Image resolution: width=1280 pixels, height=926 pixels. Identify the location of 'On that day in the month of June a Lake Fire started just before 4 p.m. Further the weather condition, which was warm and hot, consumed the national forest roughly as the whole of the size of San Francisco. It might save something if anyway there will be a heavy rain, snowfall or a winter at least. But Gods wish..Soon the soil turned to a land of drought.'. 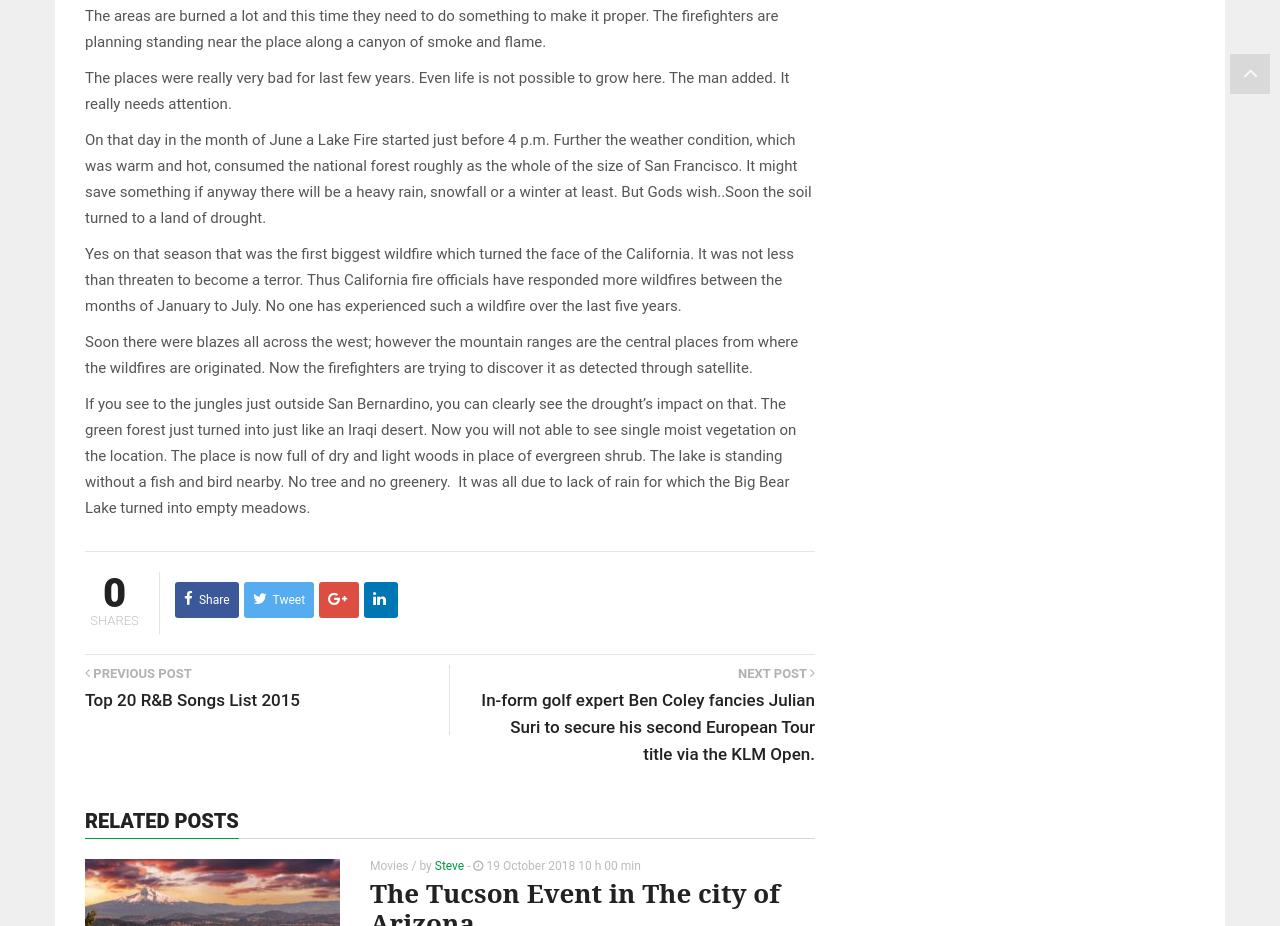
(447, 177).